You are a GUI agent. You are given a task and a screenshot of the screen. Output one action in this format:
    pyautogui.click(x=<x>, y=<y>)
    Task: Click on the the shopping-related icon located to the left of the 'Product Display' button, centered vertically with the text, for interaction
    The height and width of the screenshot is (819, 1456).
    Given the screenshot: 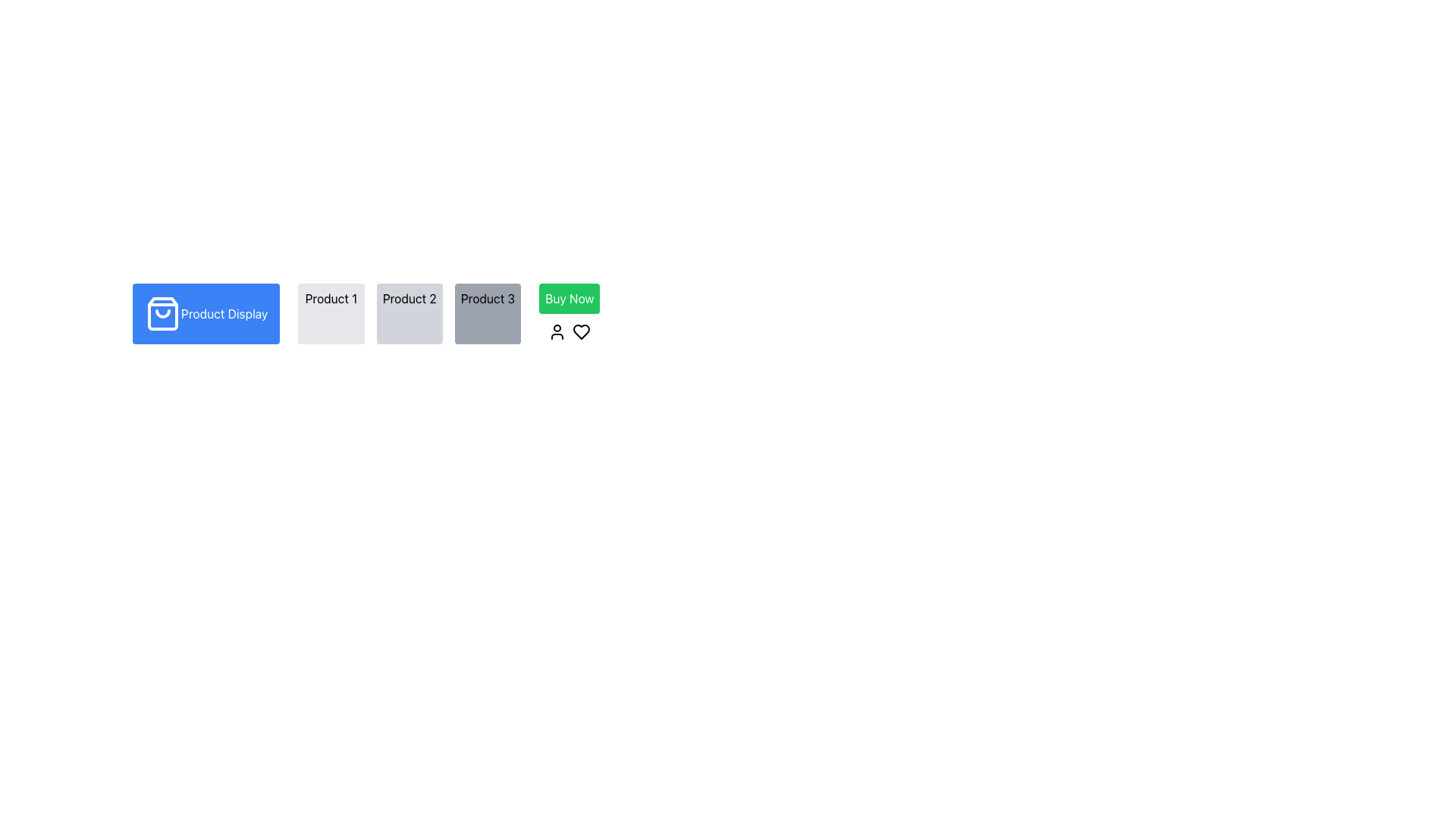 What is the action you would take?
    pyautogui.click(x=163, y=312)
    